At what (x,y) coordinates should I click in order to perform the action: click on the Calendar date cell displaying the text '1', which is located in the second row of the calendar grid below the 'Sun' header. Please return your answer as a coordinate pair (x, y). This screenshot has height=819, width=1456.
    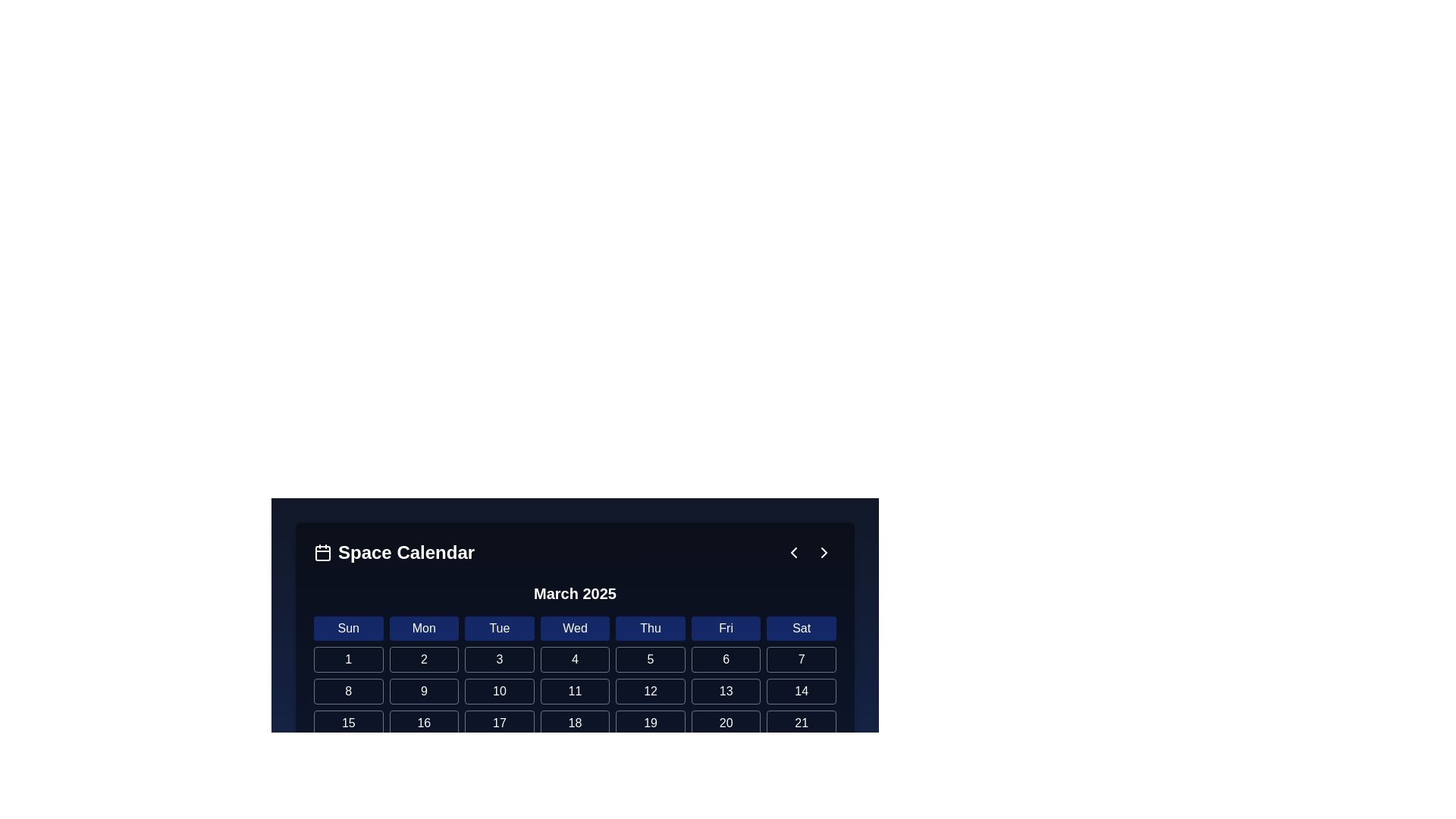
    Looking at the image, I should click on (347, 659).